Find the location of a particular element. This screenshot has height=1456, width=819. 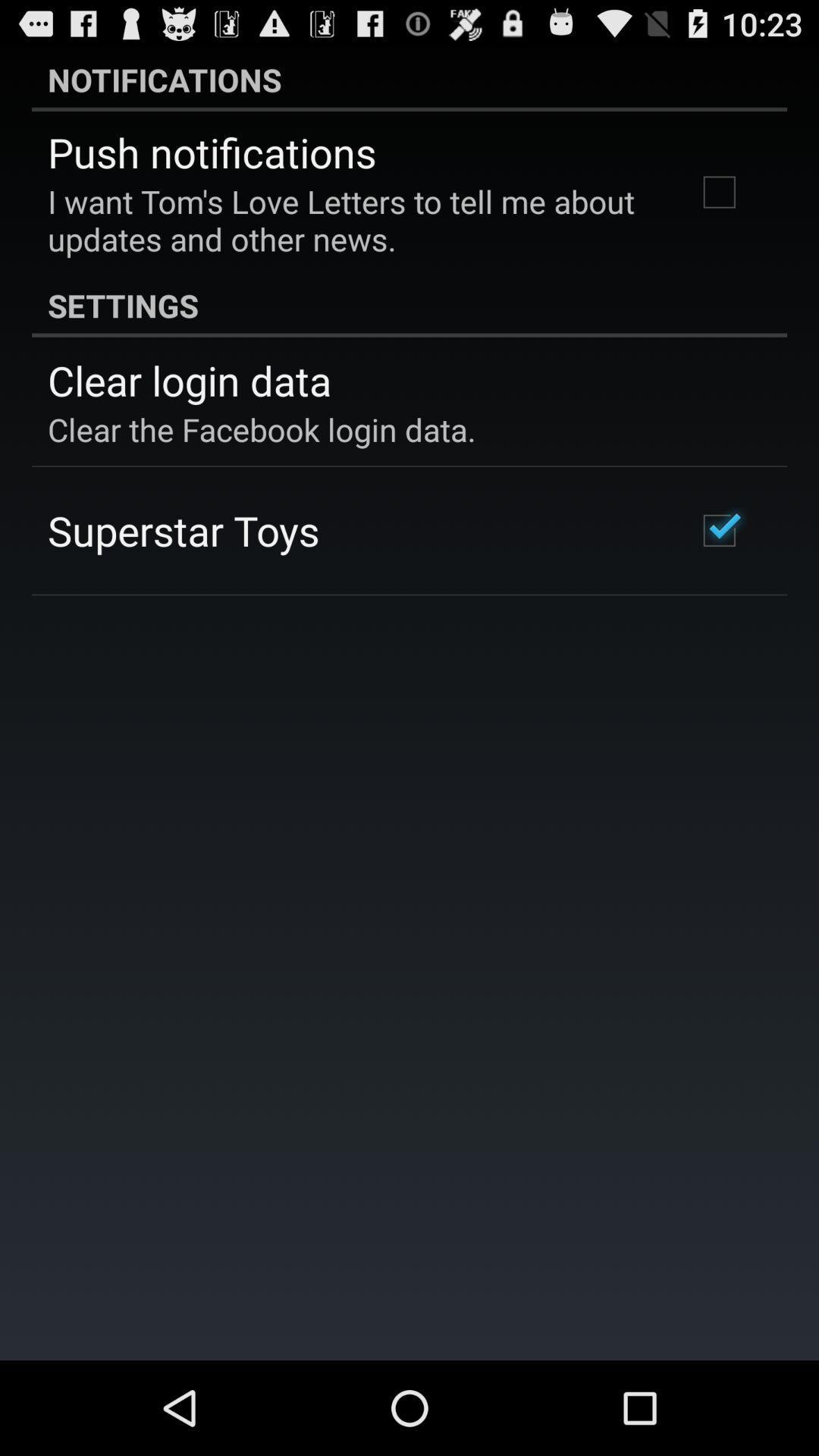

the item above the clear login data is located at coordinates (409, 304).